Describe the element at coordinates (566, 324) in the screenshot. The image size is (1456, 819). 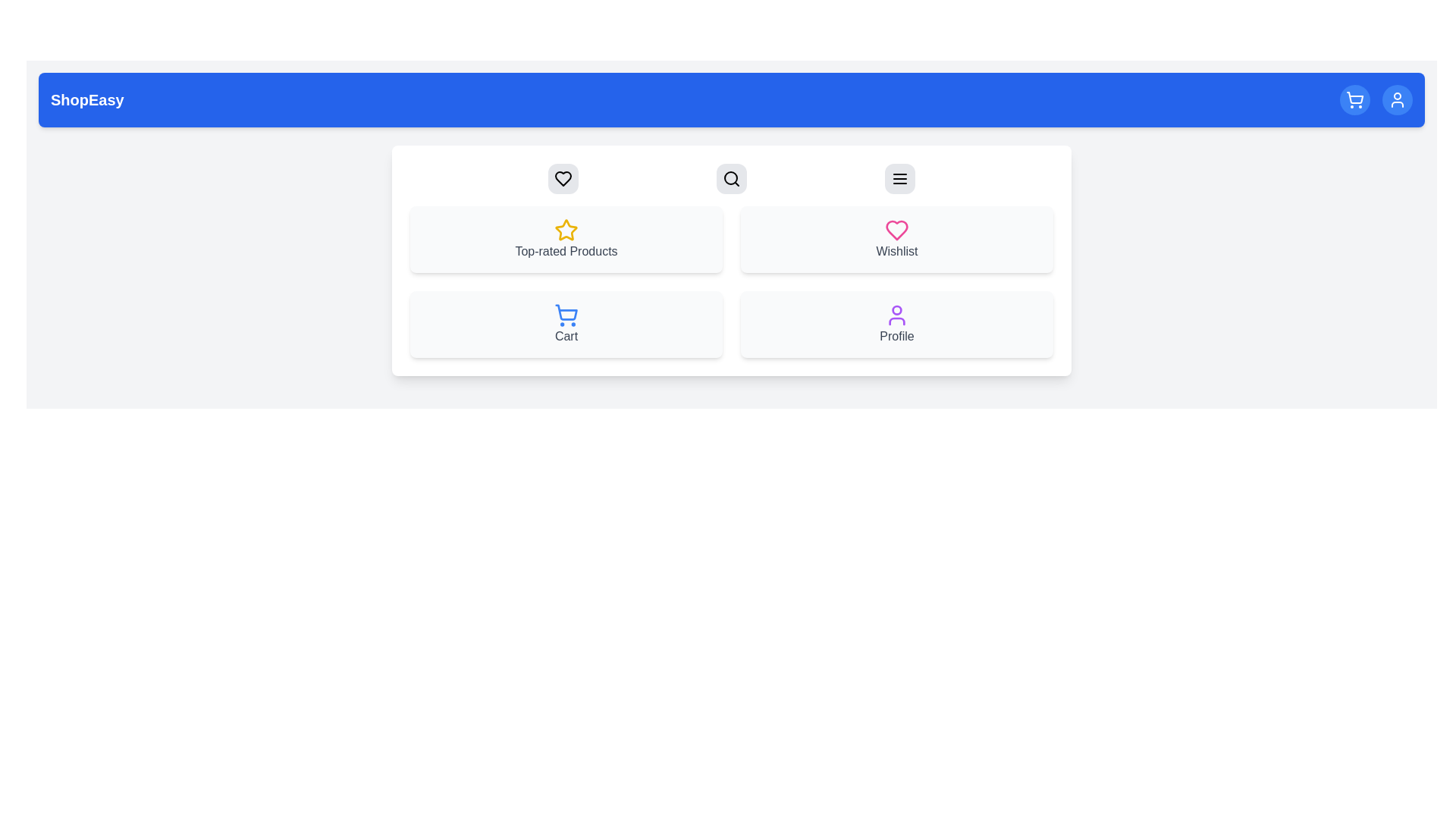
I see `the 'Cart' button-like card located at the bottom-left of the grid` at that location.